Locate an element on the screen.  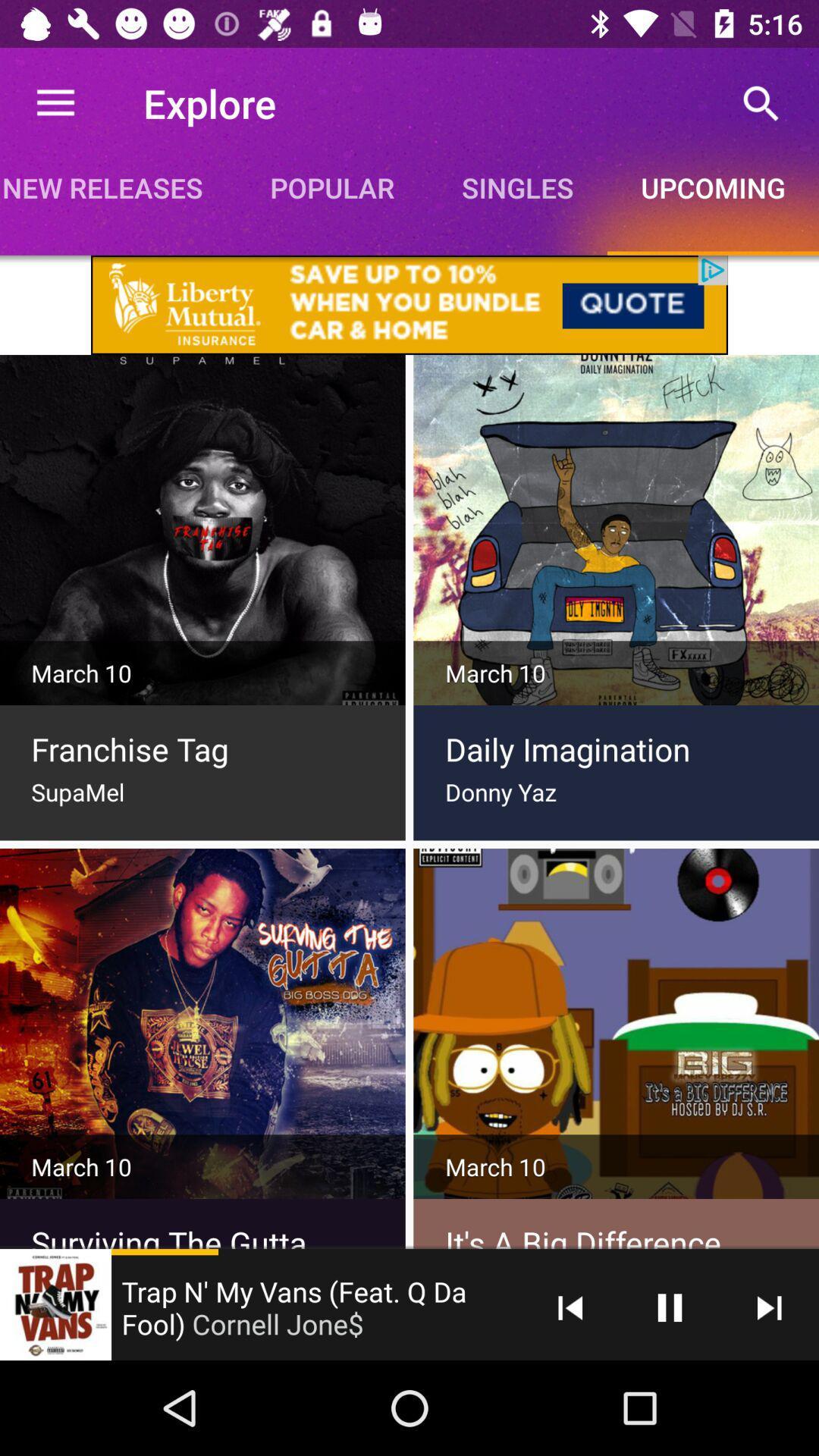
the popular item is located at coordinates (331, 187).